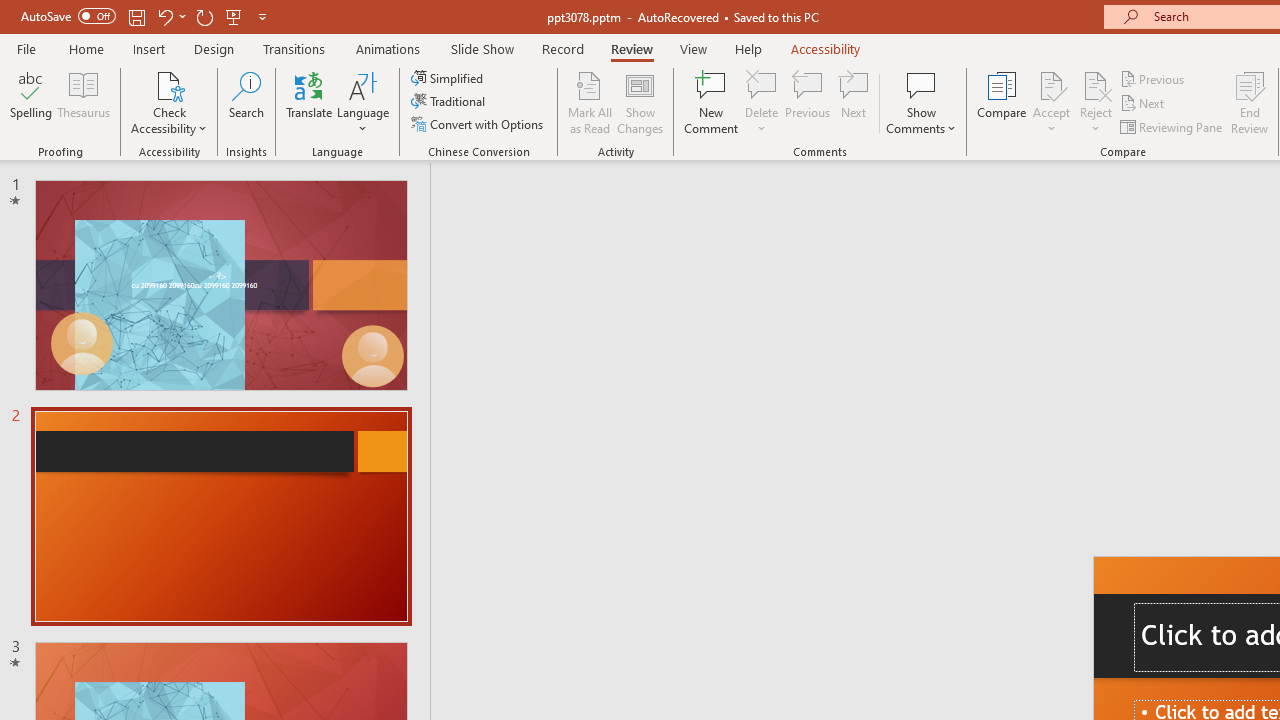 The image size is (1280, 720). What do you see at coordinates (1002, 103) in the screenshot?
I see `'Compare'` at bounding box center [1002, 103].